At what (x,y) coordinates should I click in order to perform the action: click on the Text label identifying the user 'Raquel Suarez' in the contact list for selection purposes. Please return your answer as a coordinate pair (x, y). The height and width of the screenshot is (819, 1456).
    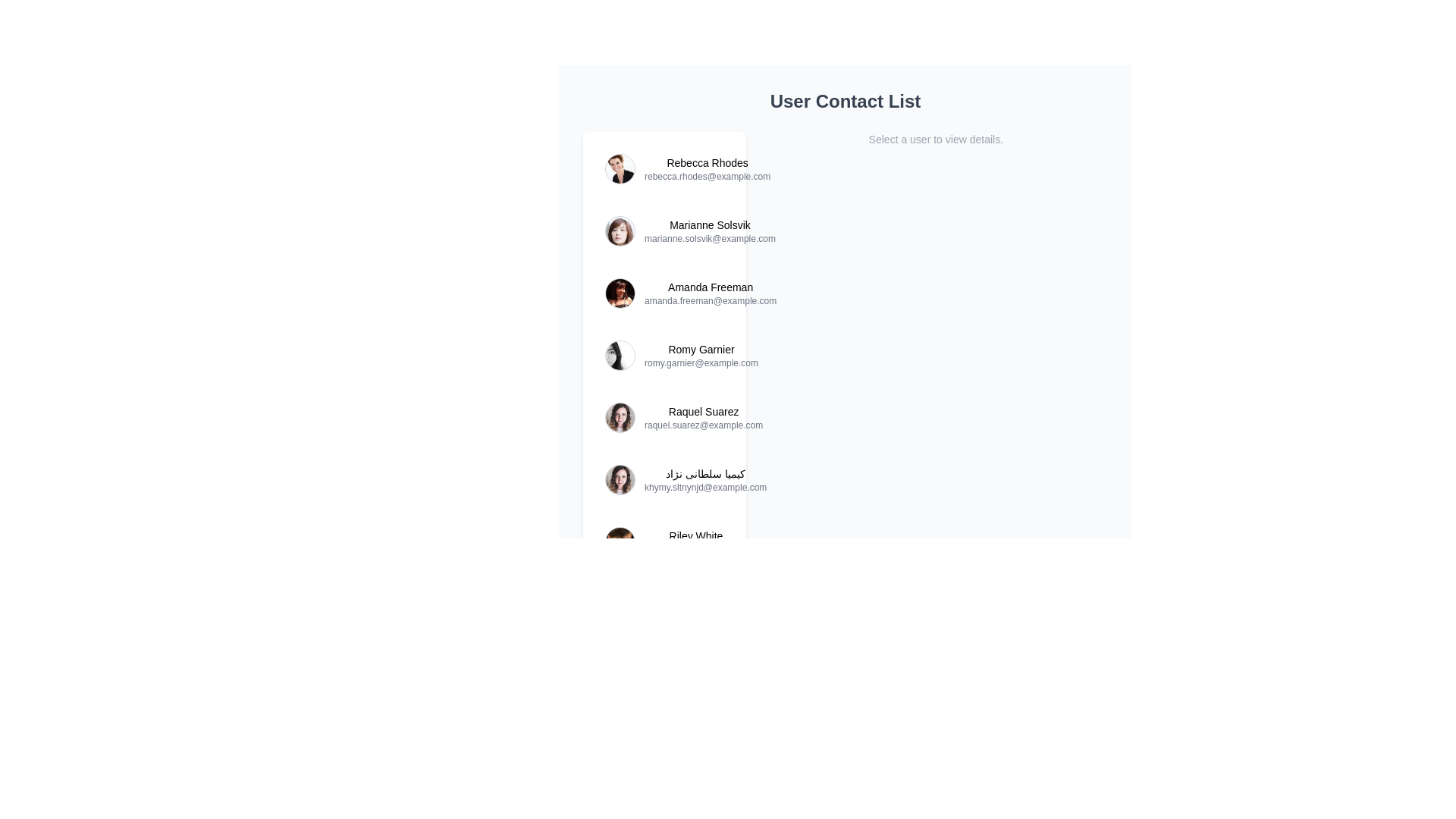
    Looking at the image, I should click on (702, 412).